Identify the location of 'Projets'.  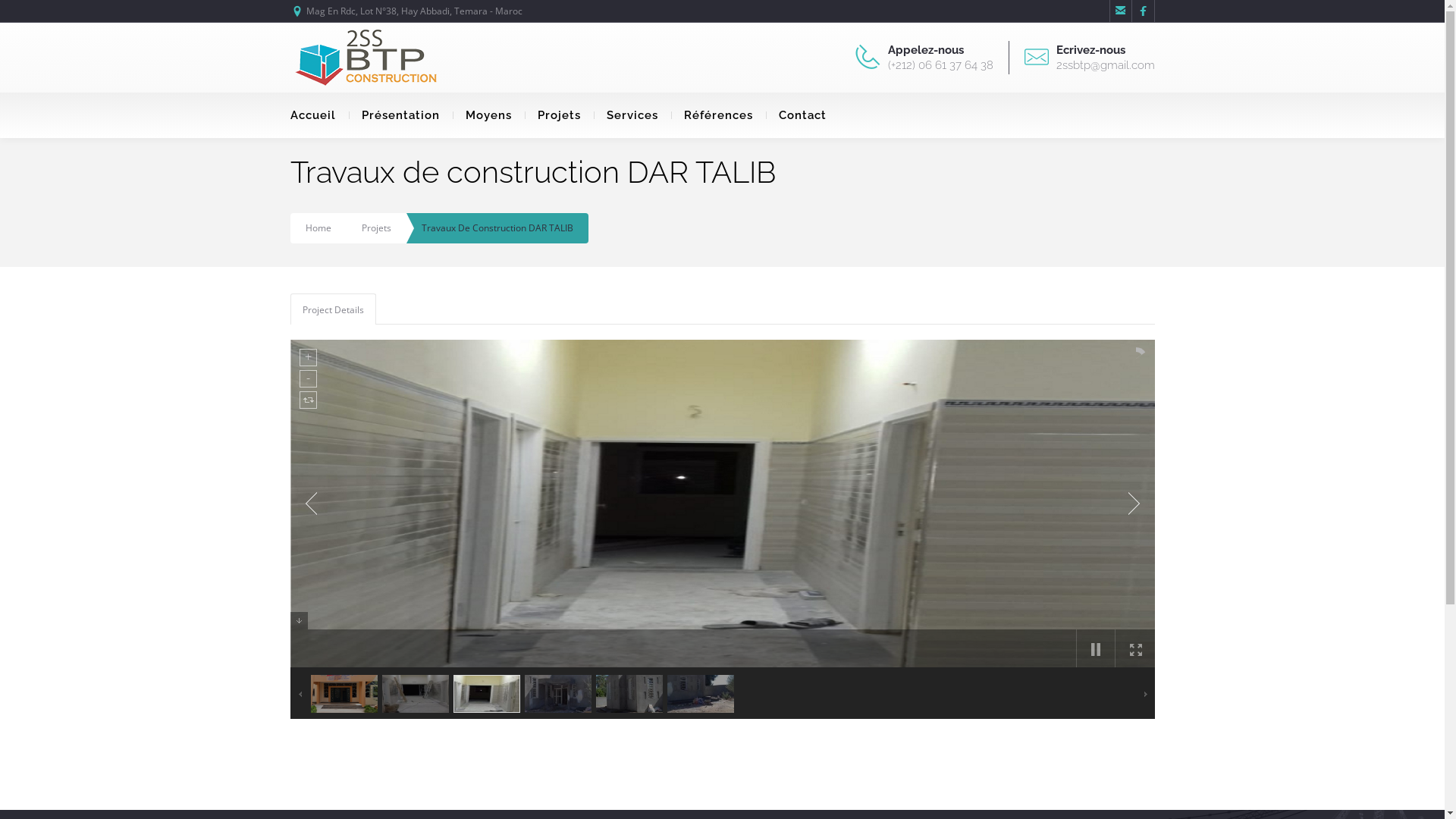
(359, 227).